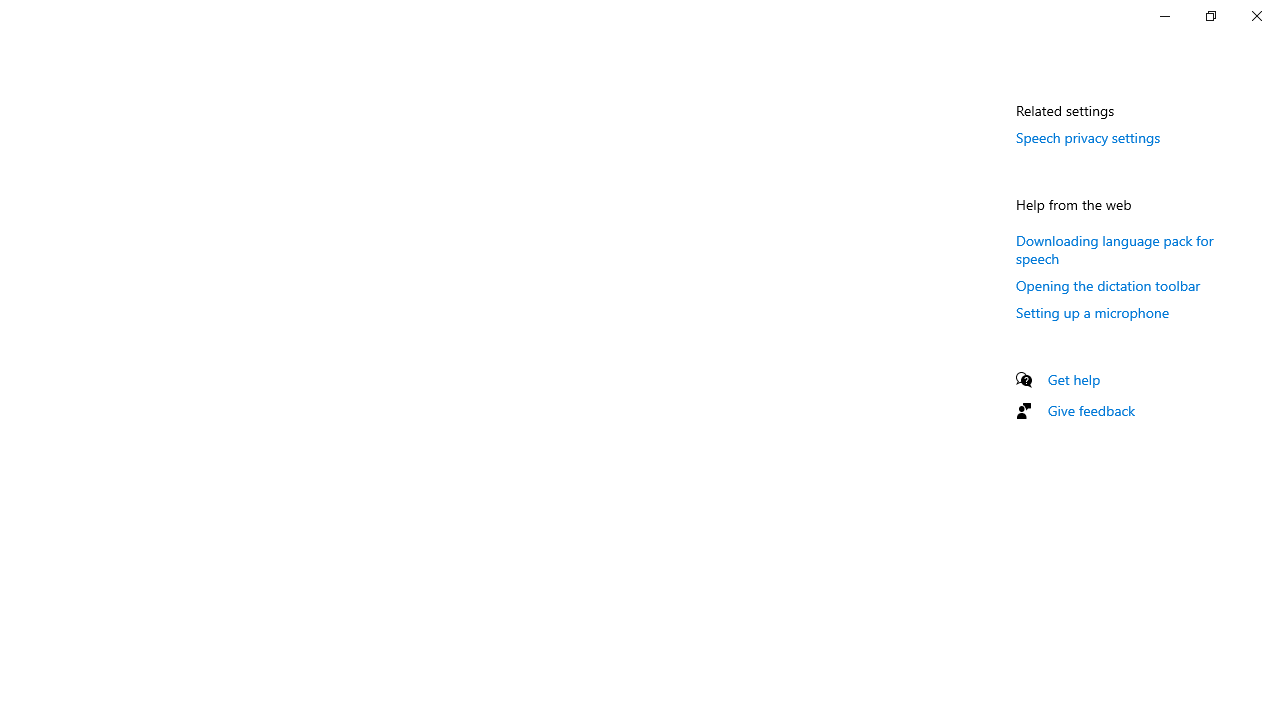 This screenshot has width=1280, height=720. I want to click on 'Downloading language pack for speech', so click(1113, 247).